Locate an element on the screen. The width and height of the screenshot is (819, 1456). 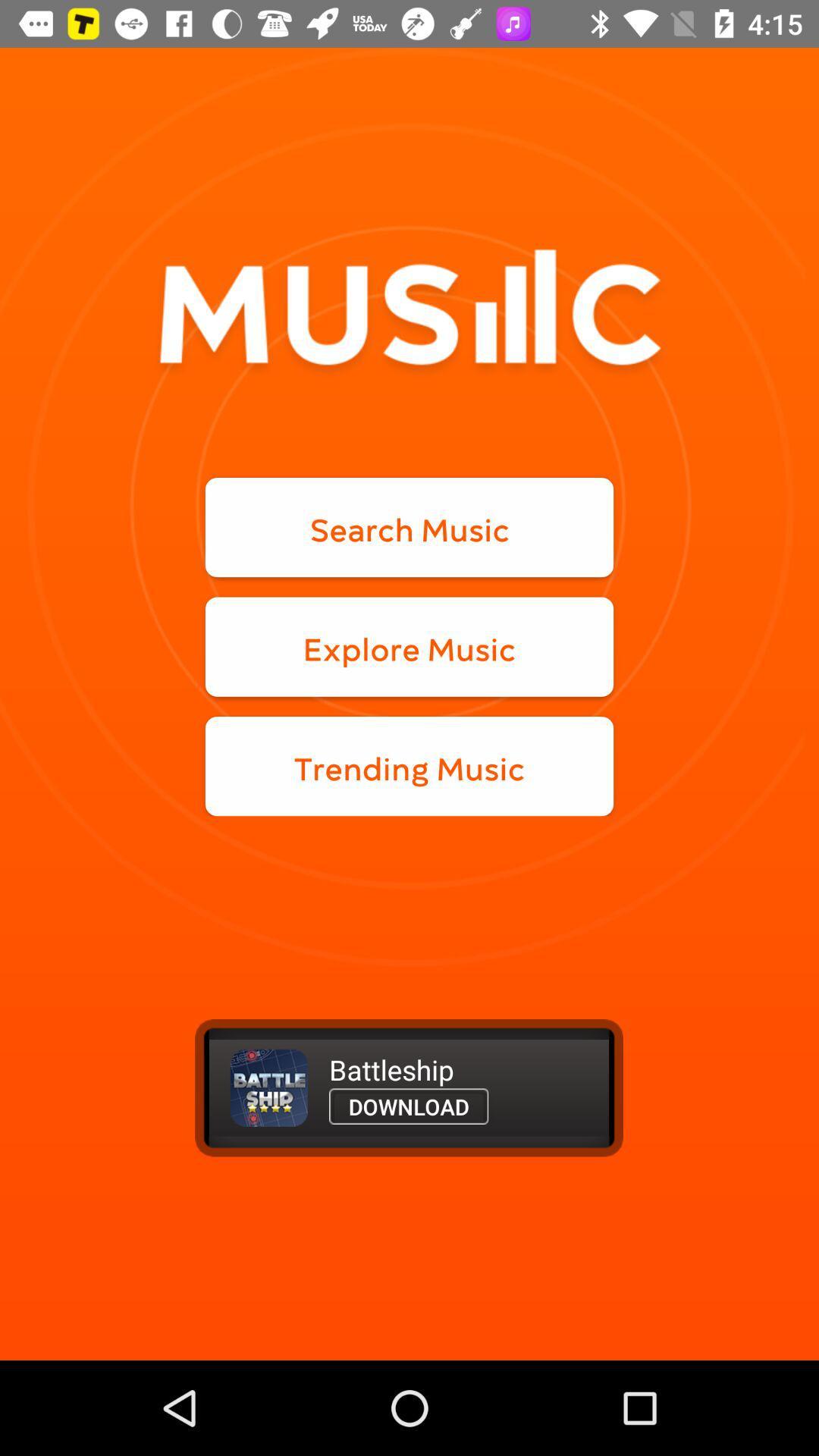
item below the explore music is located at coordinates (409, 766).